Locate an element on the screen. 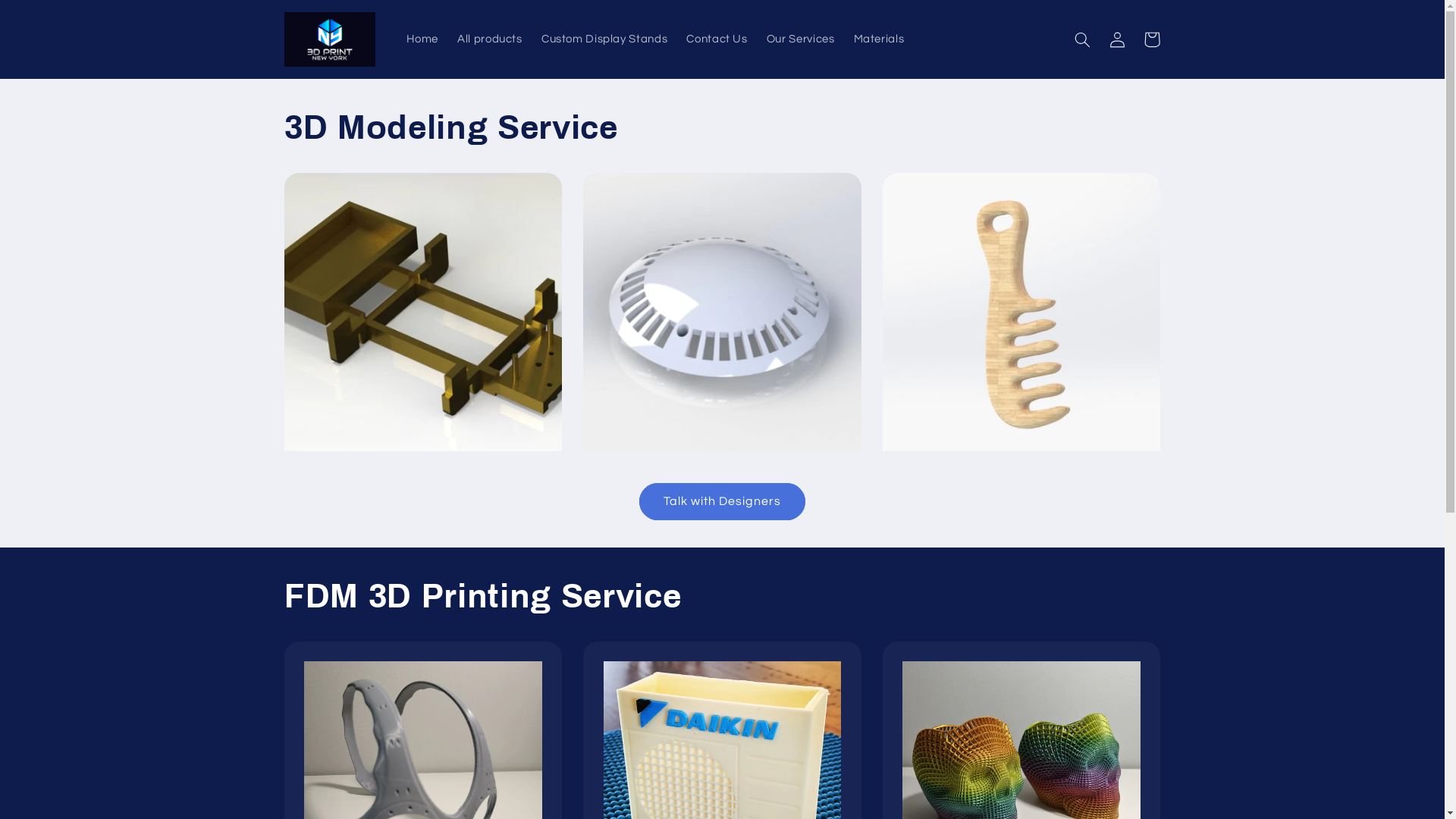  'Home' is located at coordinates (422, 38).